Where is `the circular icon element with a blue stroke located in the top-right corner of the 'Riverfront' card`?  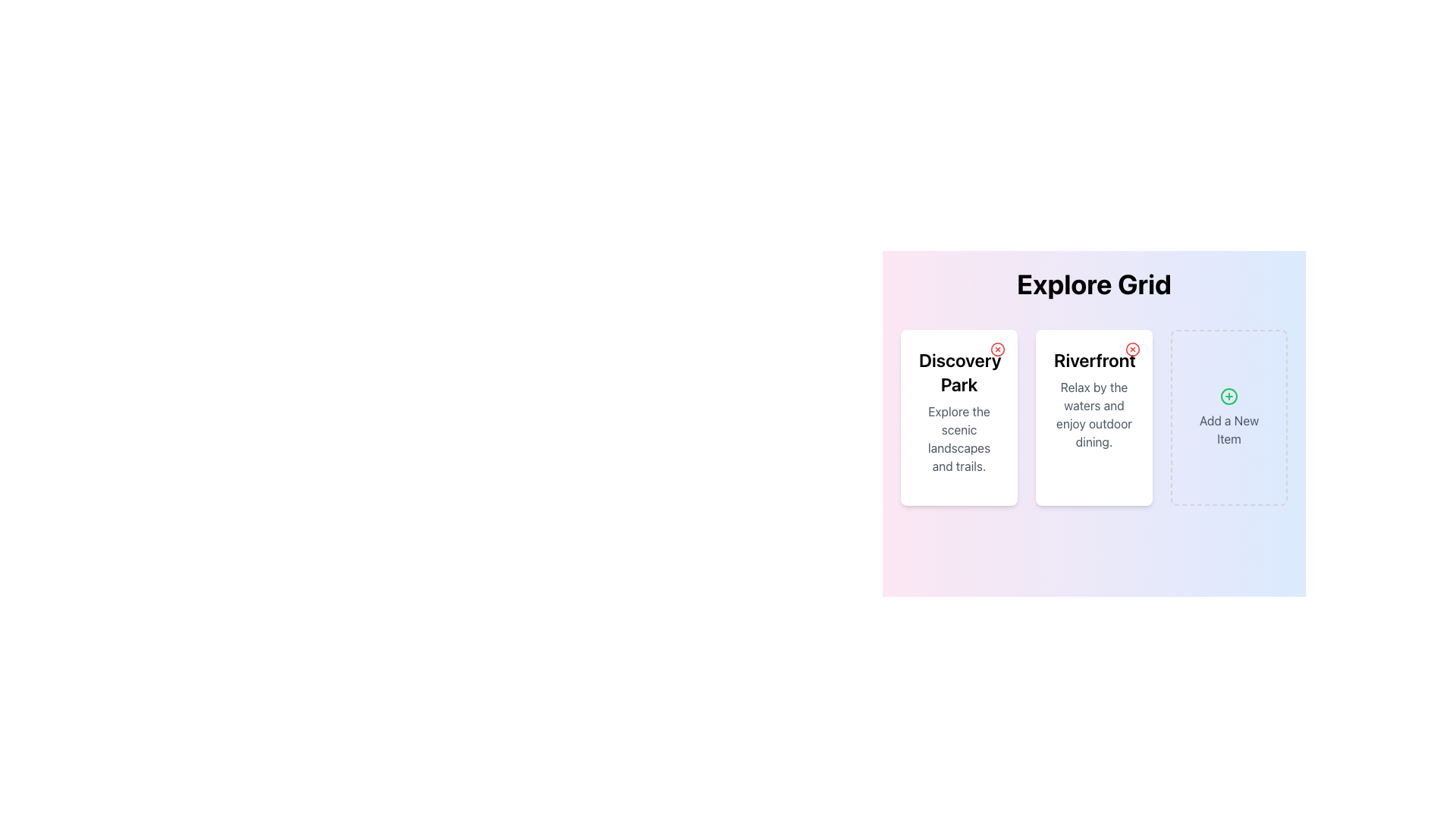
the circular icon element with a blue stroke located in the top-right corner of the 'Riverfront' card is located at coordinates (1132, 350).